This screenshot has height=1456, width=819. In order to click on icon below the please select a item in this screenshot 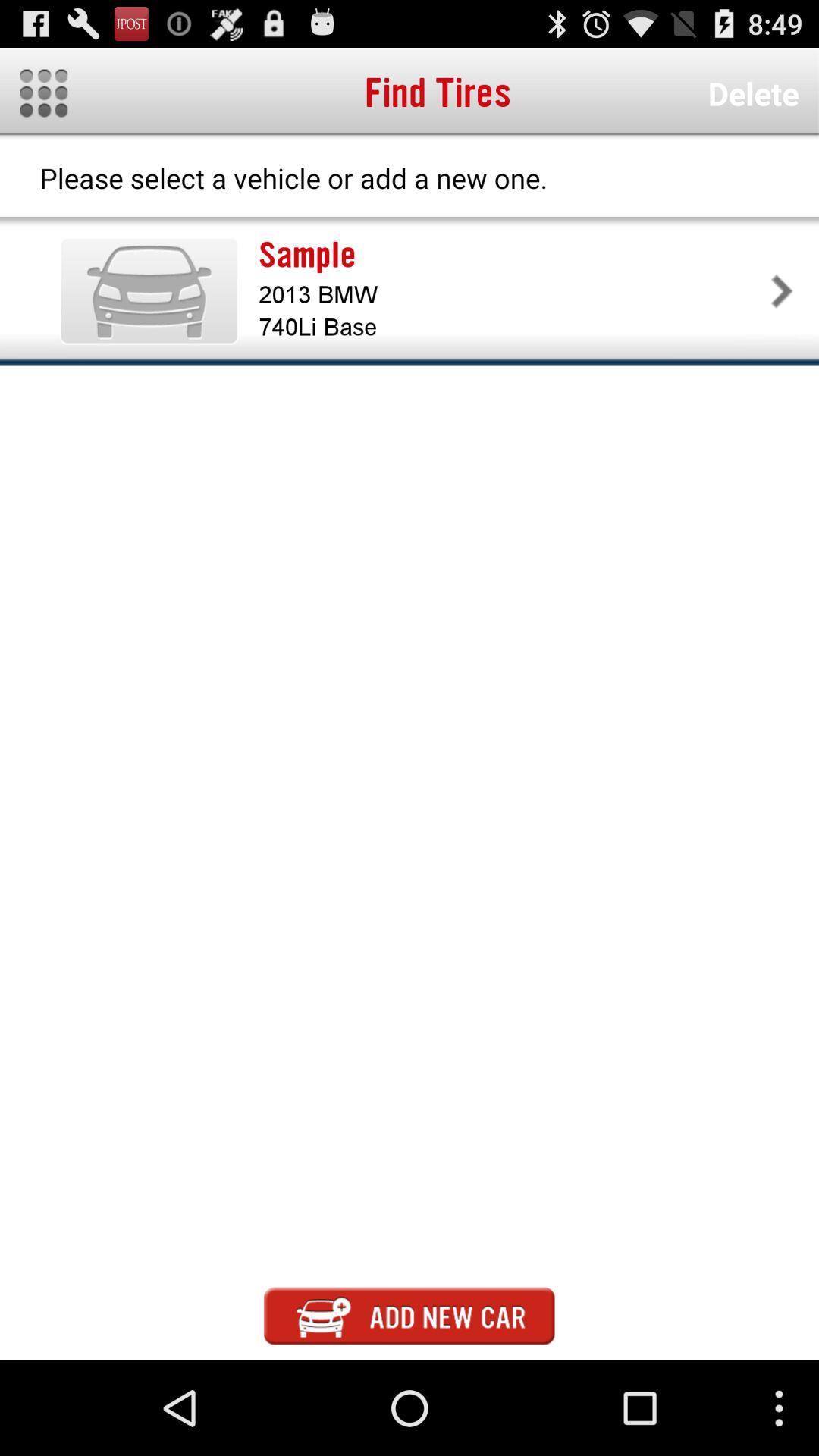, I will do `click(149, 290)`.